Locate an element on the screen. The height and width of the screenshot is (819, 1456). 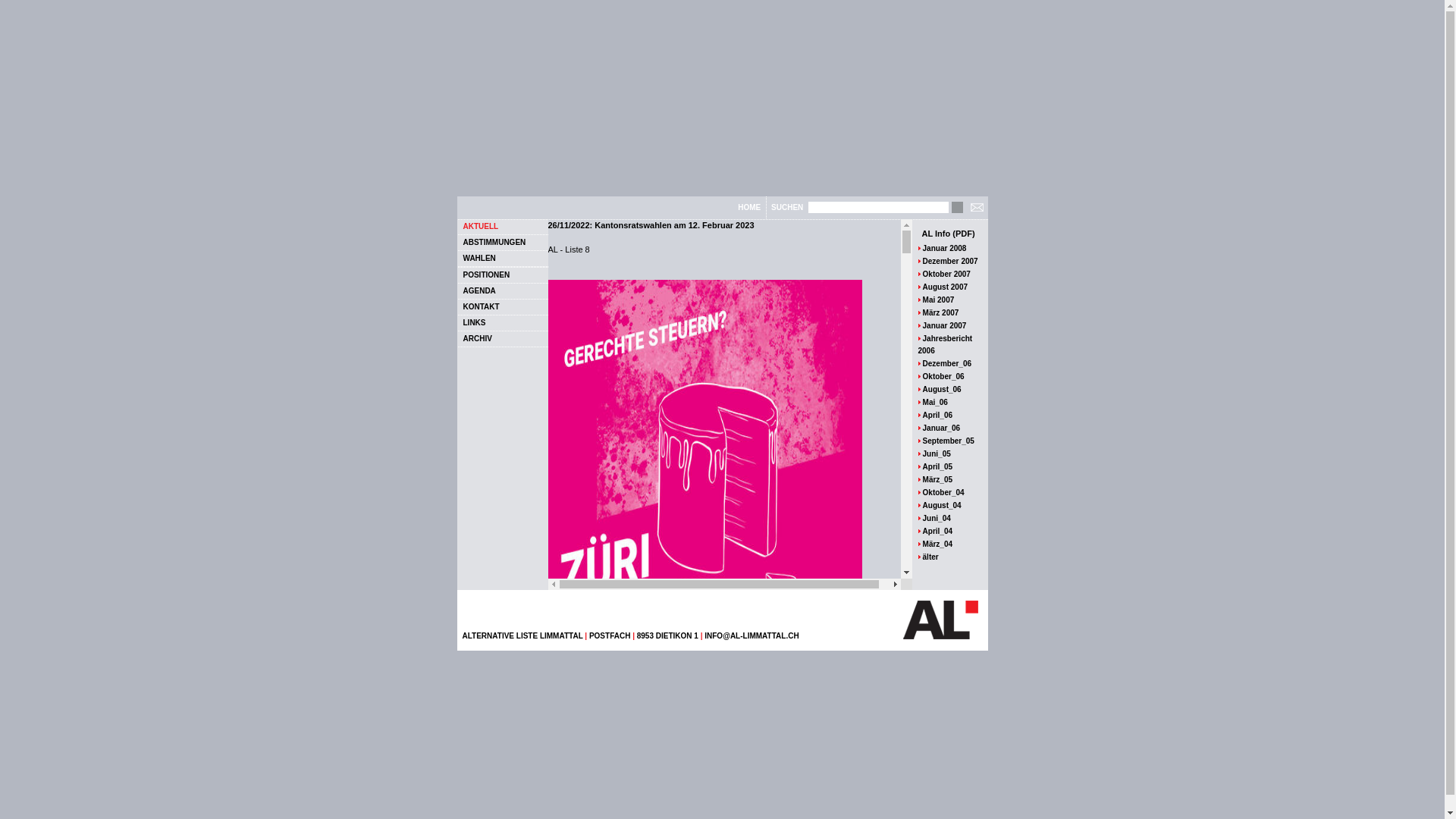
'Januar 2007' is located at coordinates (922, 325).